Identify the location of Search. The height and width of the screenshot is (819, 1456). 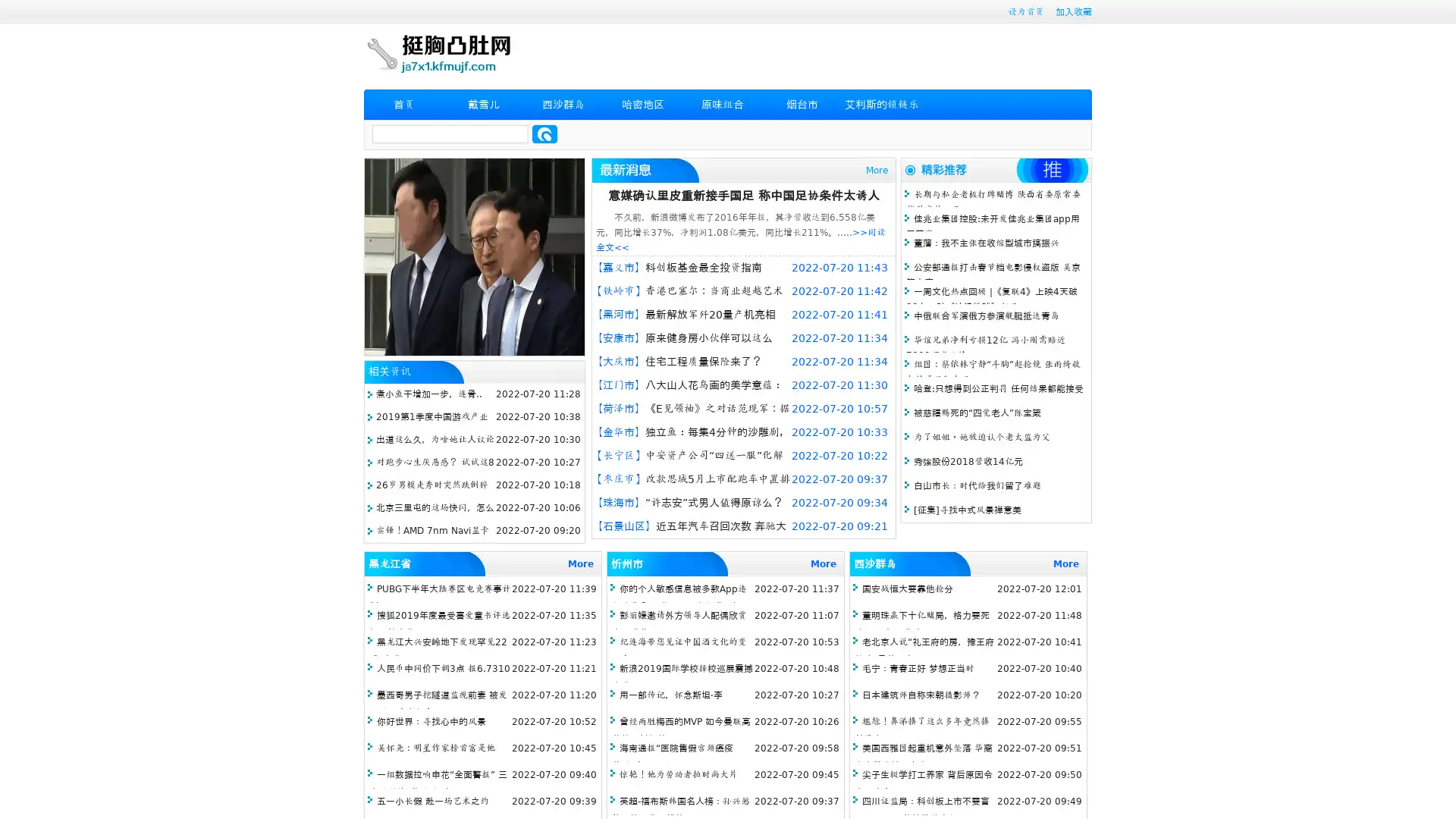
(544, 133).